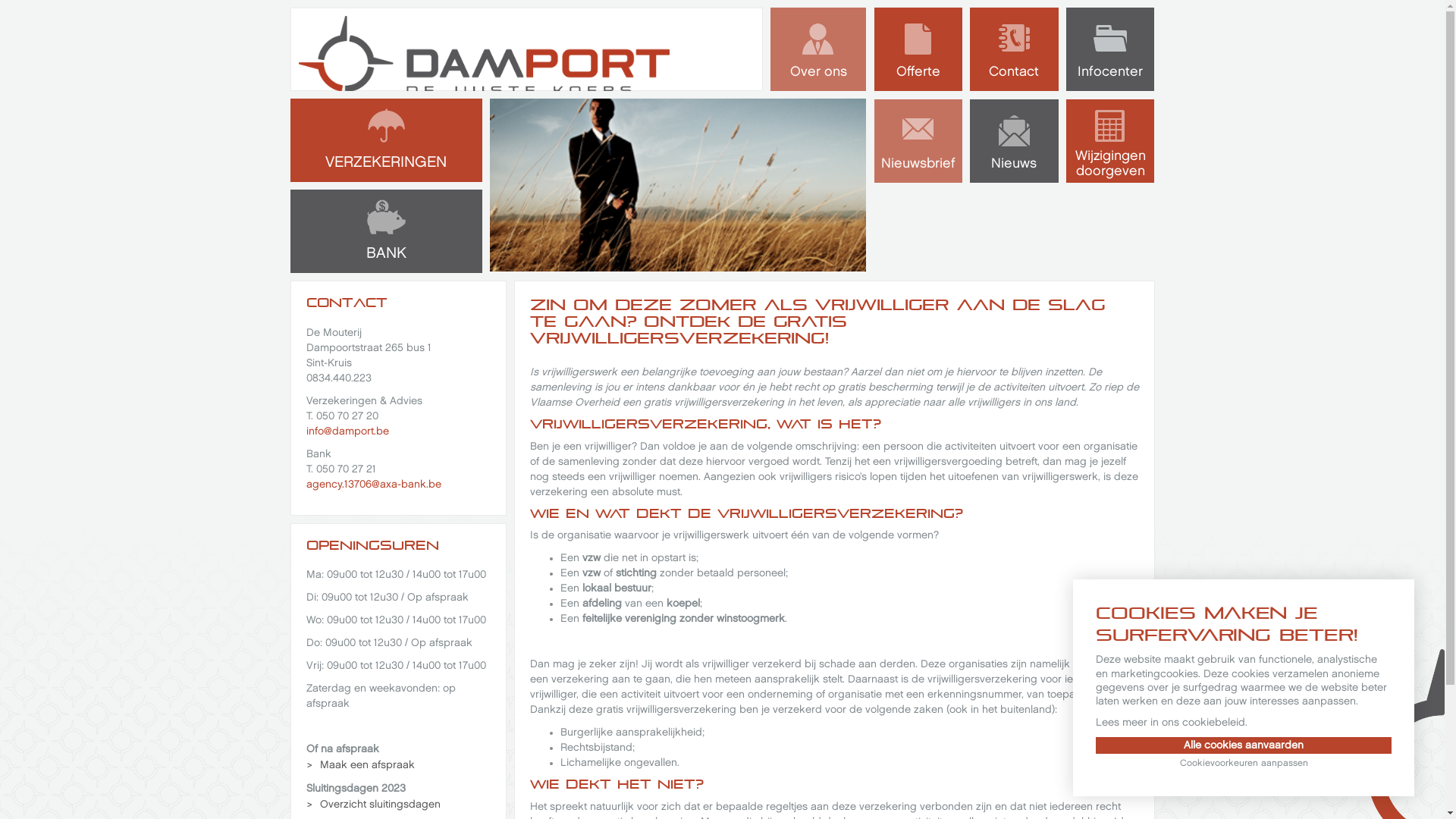 This screenshot has width=1456, height=819. I want to click on 'VERZEKERINGEN', so click(385, 140).